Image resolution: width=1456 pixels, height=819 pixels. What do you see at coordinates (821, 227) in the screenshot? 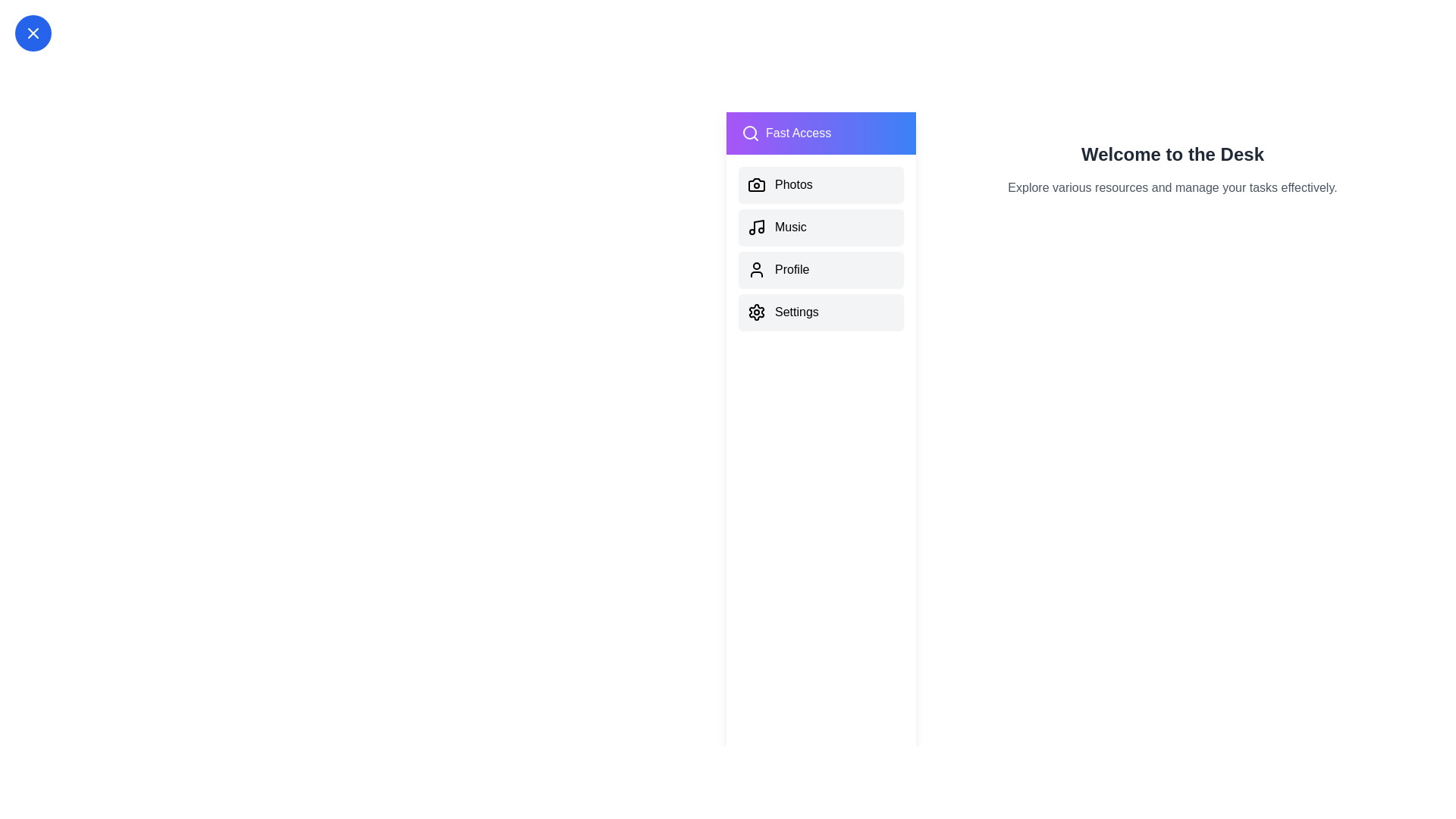
I see `the drawer item labeled Music` at bounding box center [821, 227].